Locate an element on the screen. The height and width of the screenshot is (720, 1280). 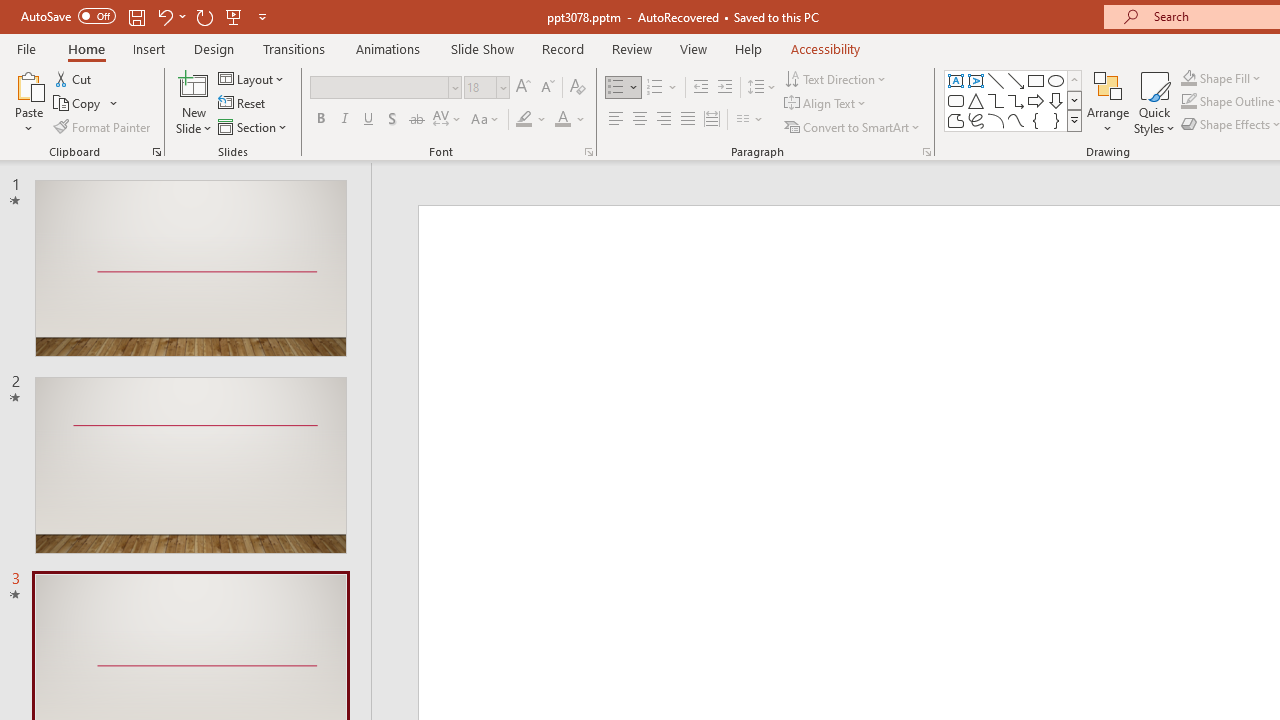
'Shape Fill Dark Green, Accent 2' is located at coordinates (1189, 77).